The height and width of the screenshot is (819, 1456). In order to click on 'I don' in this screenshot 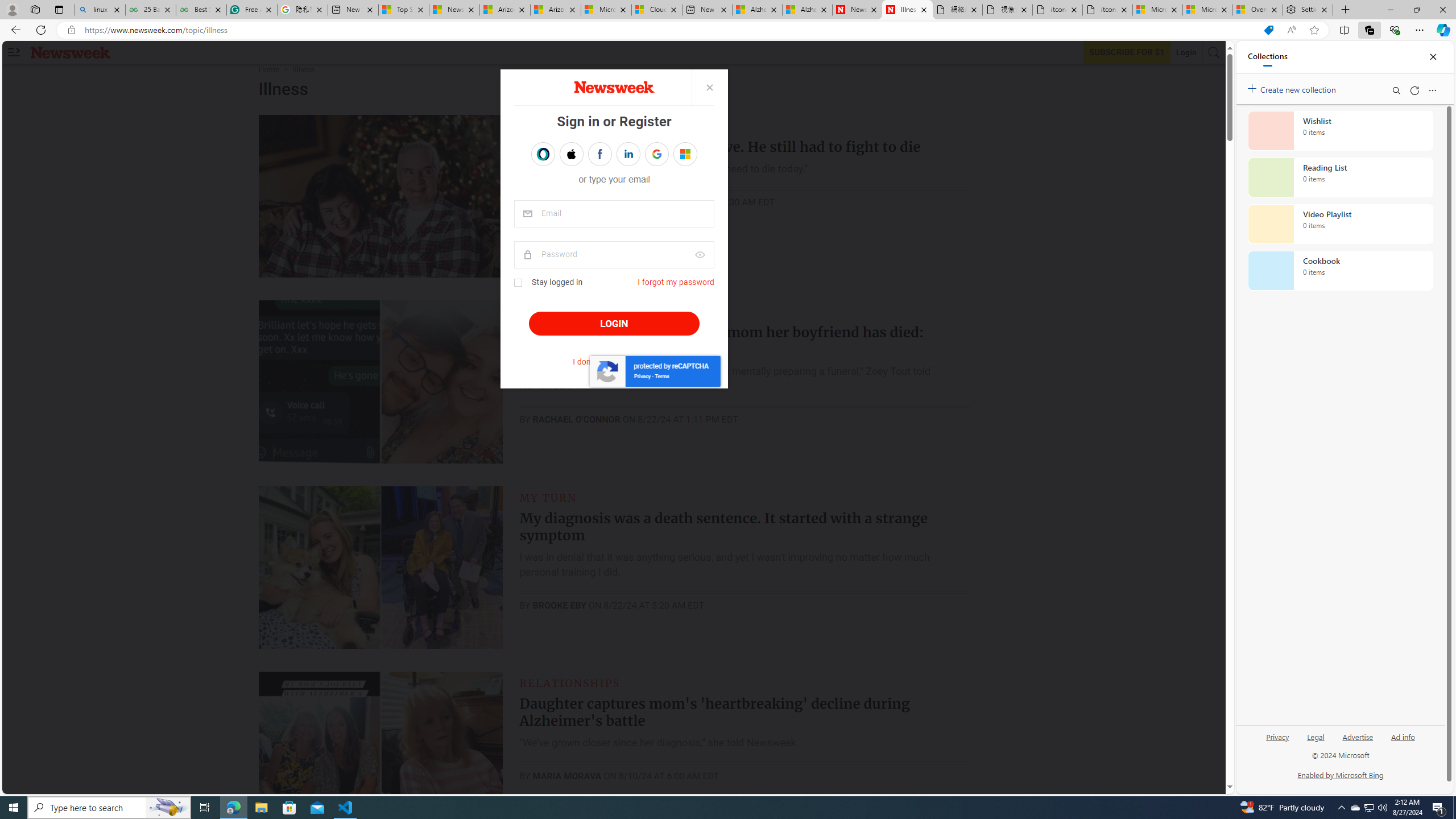, I will do `click(614, 362)`.